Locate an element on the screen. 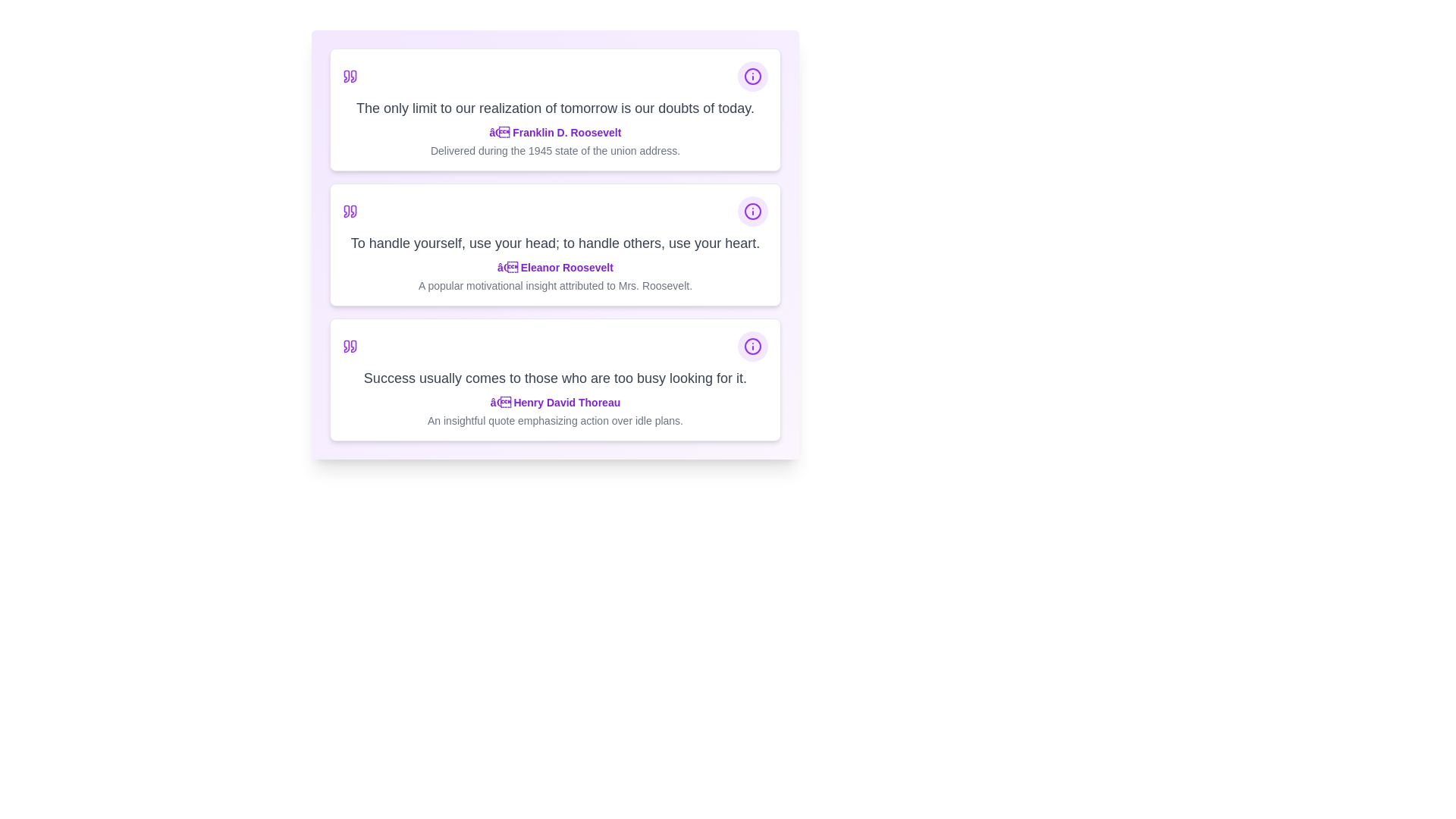 The image size is (1456, 819). the circular purple information icon with an 'i' in the center, located to the right of the second quote card is located at coordinates (753, 76).